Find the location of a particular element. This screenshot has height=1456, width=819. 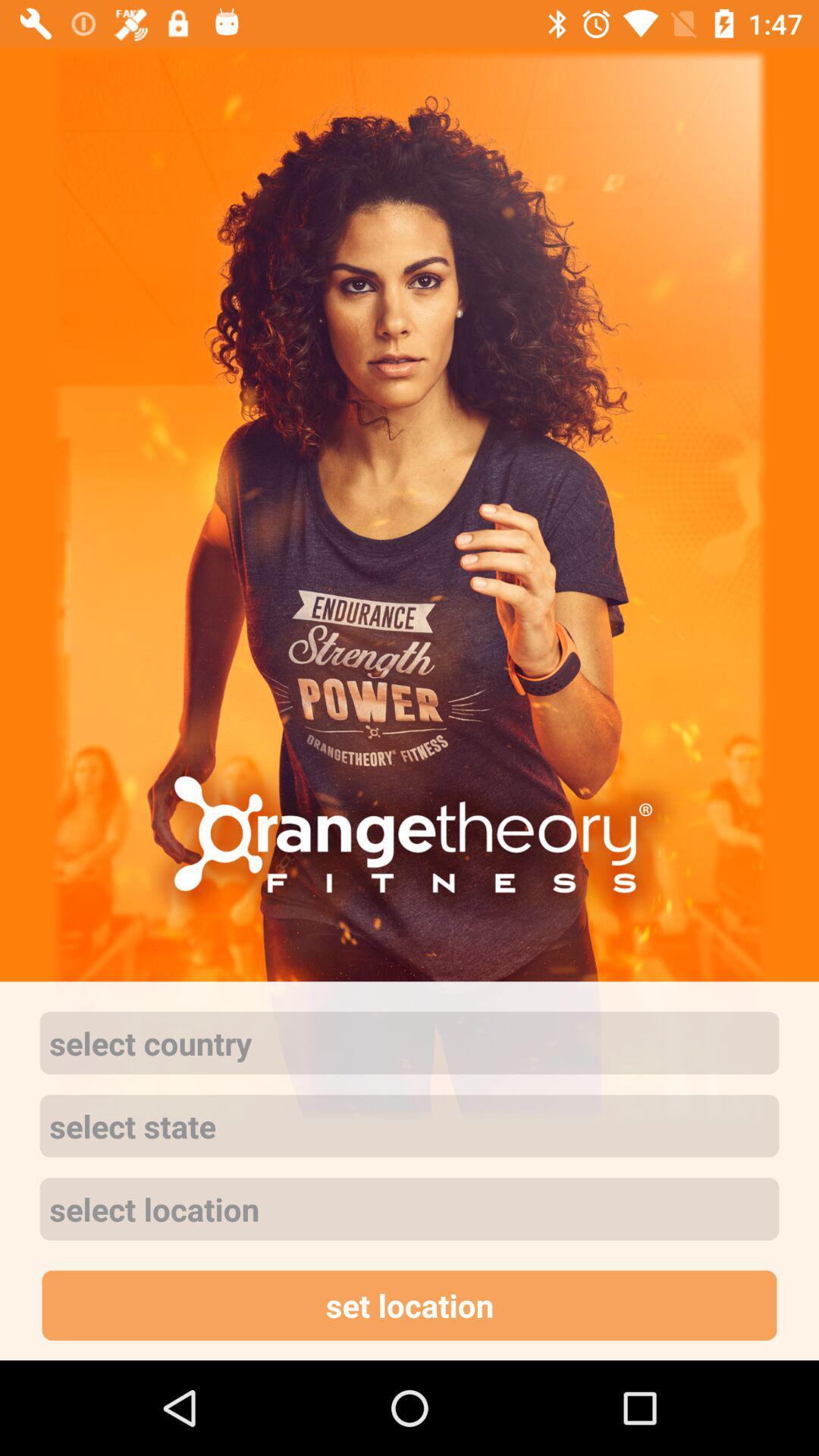

app below the select location icon is located at coordinates (409, 1304).